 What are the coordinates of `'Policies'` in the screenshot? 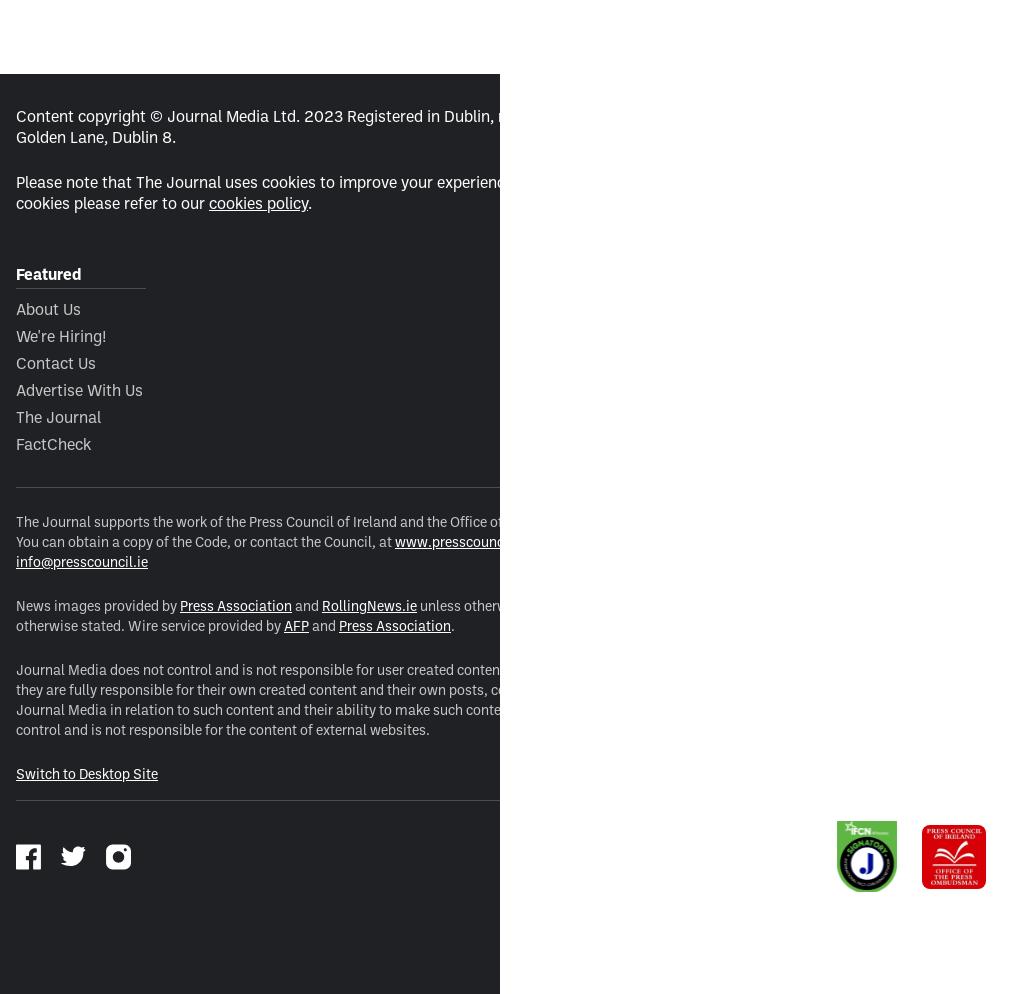 It's located at (530, 273).